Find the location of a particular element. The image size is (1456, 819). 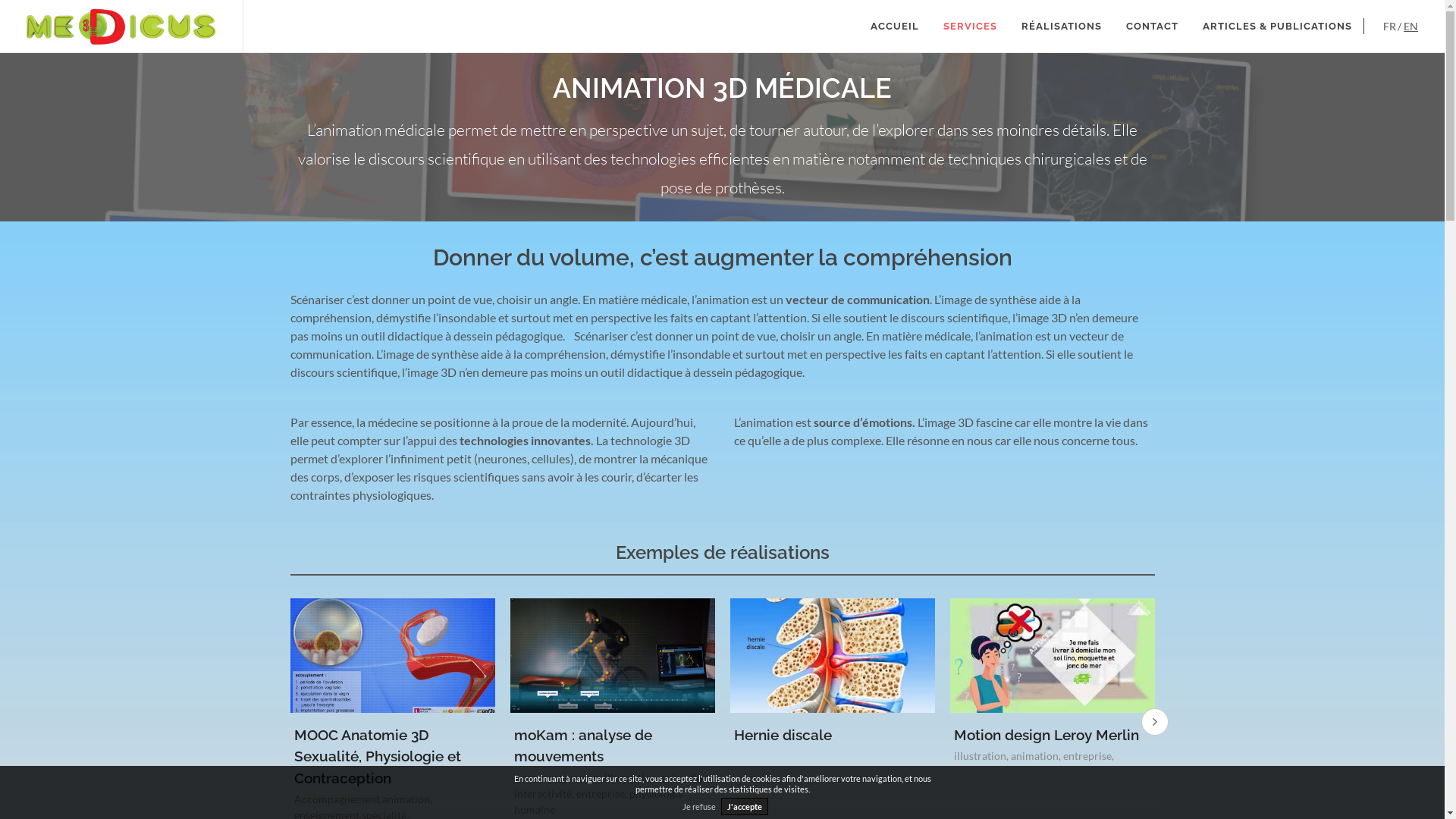

'ACCUEIL' is located at coordinates (858, 26).